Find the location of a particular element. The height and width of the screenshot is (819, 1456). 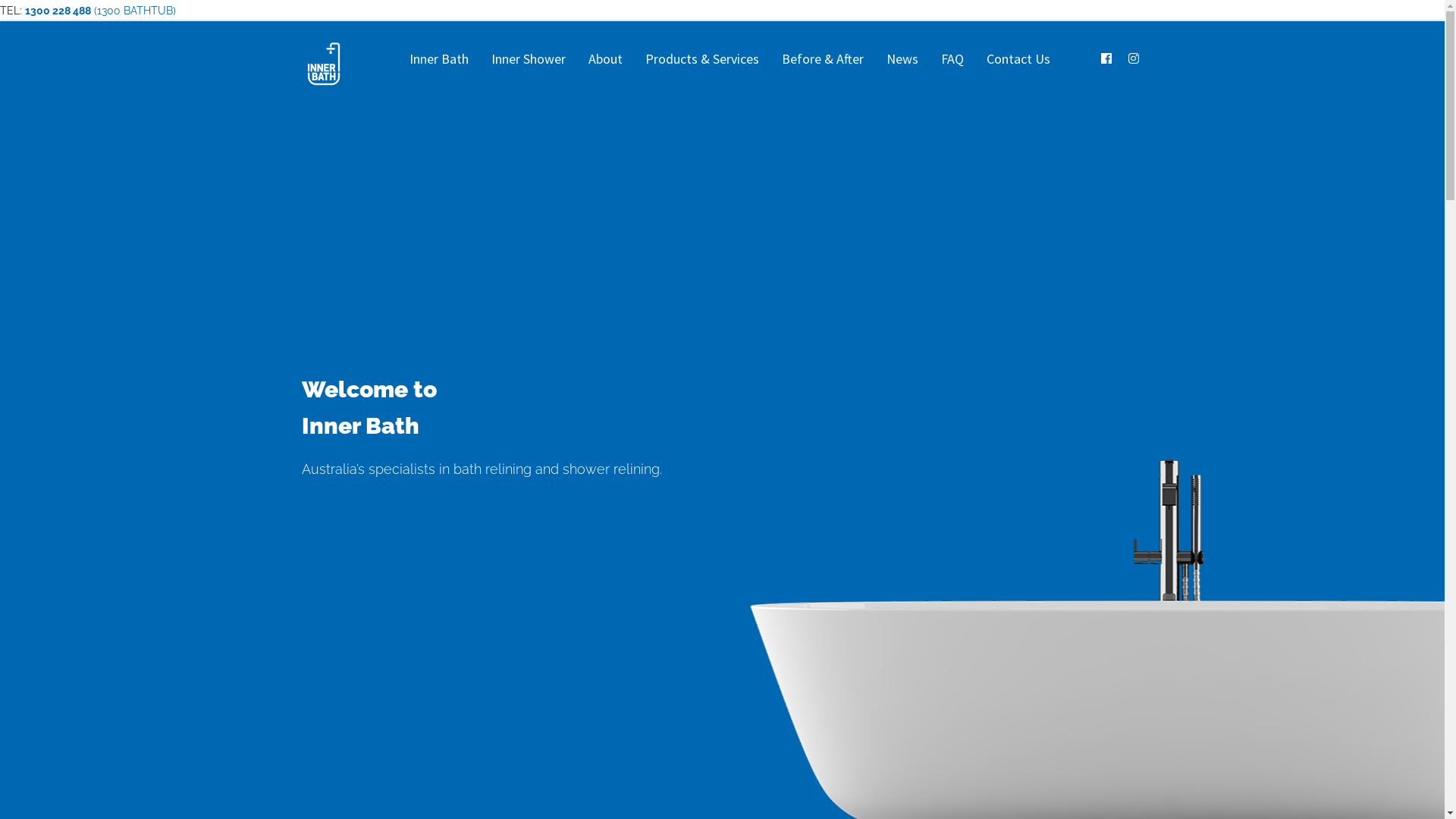

'About' is located at coordinates (604, 58).